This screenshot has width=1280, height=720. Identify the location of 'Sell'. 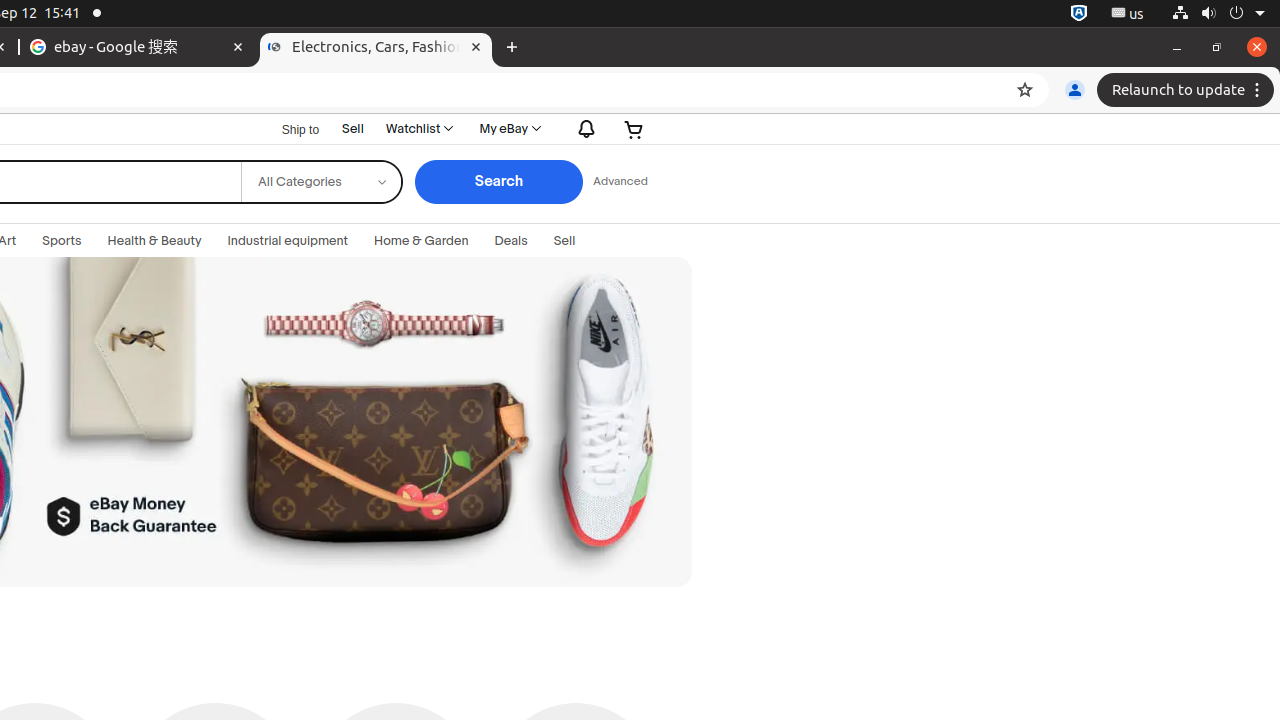
(353, 128).